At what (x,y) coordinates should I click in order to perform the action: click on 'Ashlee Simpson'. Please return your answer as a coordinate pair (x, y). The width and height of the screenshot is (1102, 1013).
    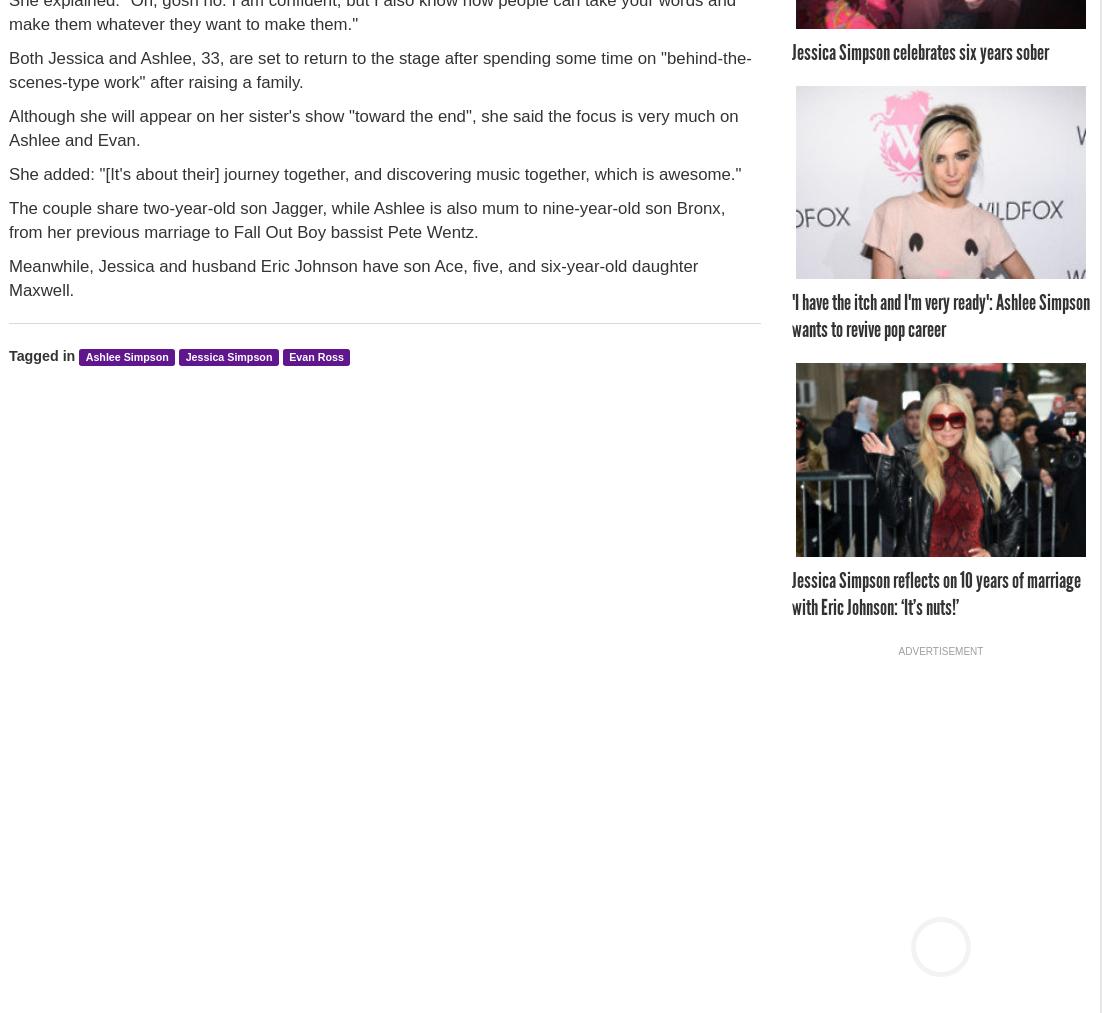
    Looking at the image, I should click on (125, 355).